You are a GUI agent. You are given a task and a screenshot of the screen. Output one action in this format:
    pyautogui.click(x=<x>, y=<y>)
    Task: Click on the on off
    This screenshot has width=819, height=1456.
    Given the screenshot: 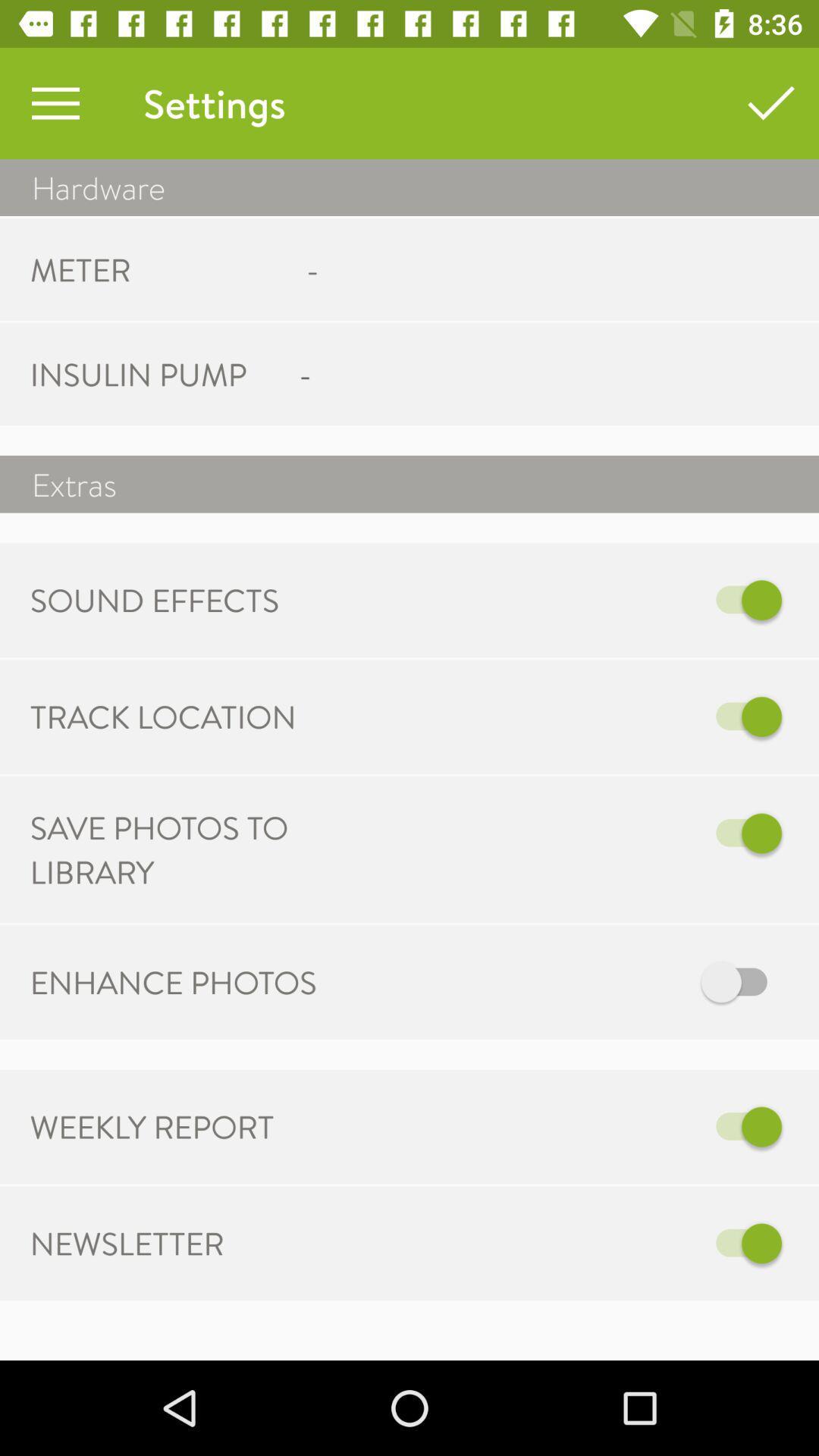 What is the action you would take?
    pyautogui.click(x=566, y=716)
    